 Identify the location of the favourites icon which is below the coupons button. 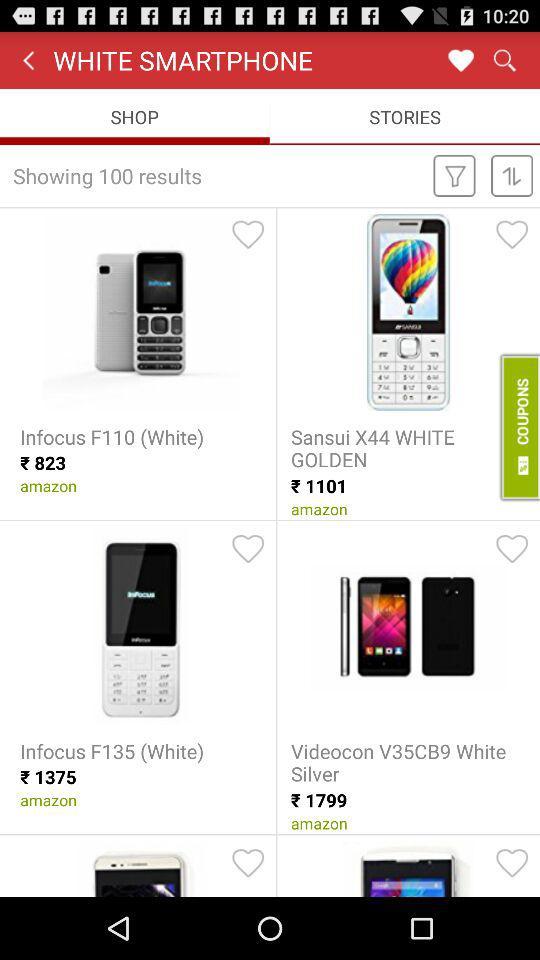
(511, 549).